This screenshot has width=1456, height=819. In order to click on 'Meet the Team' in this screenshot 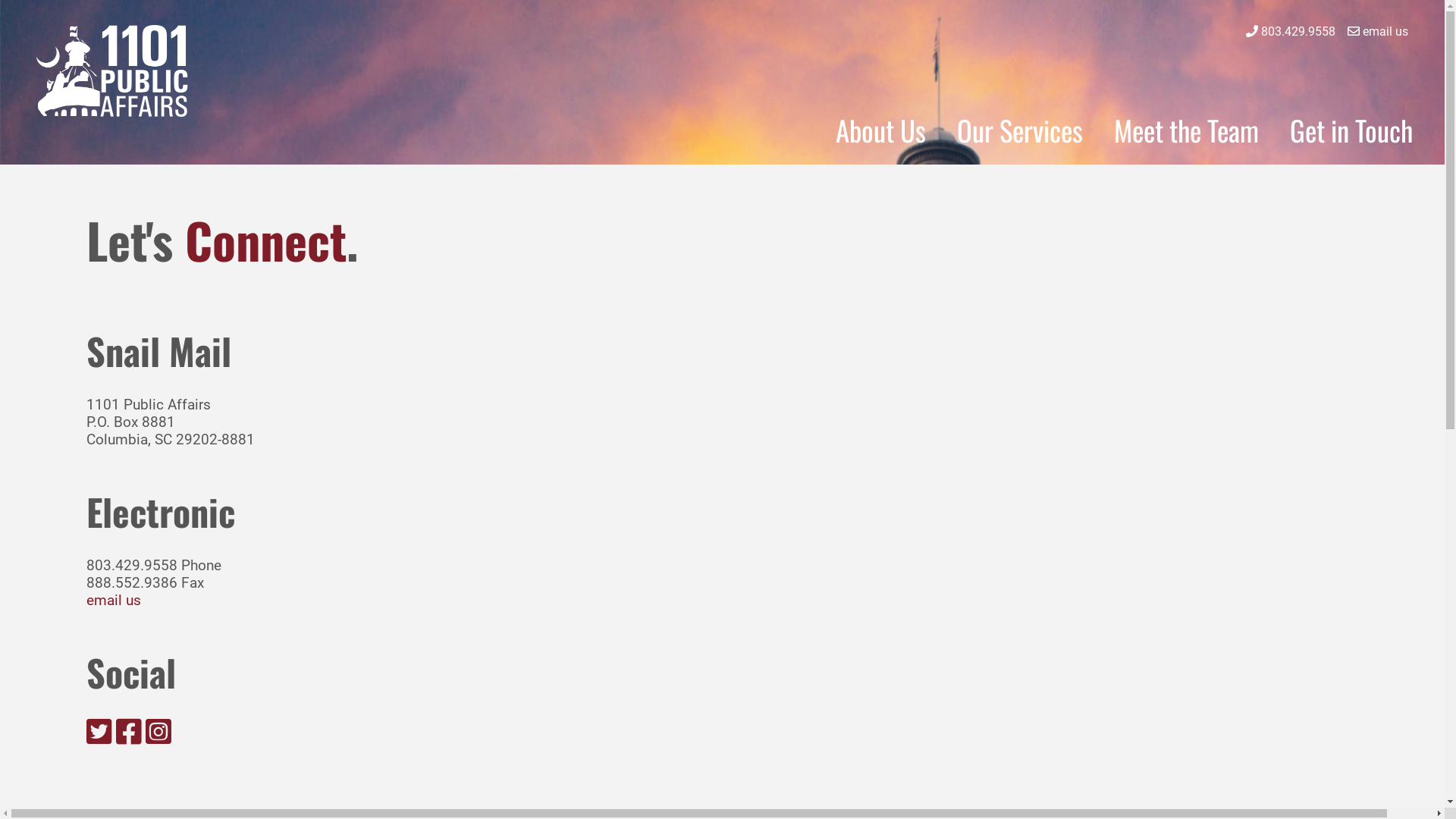, I will do `click(1185, 129)`.